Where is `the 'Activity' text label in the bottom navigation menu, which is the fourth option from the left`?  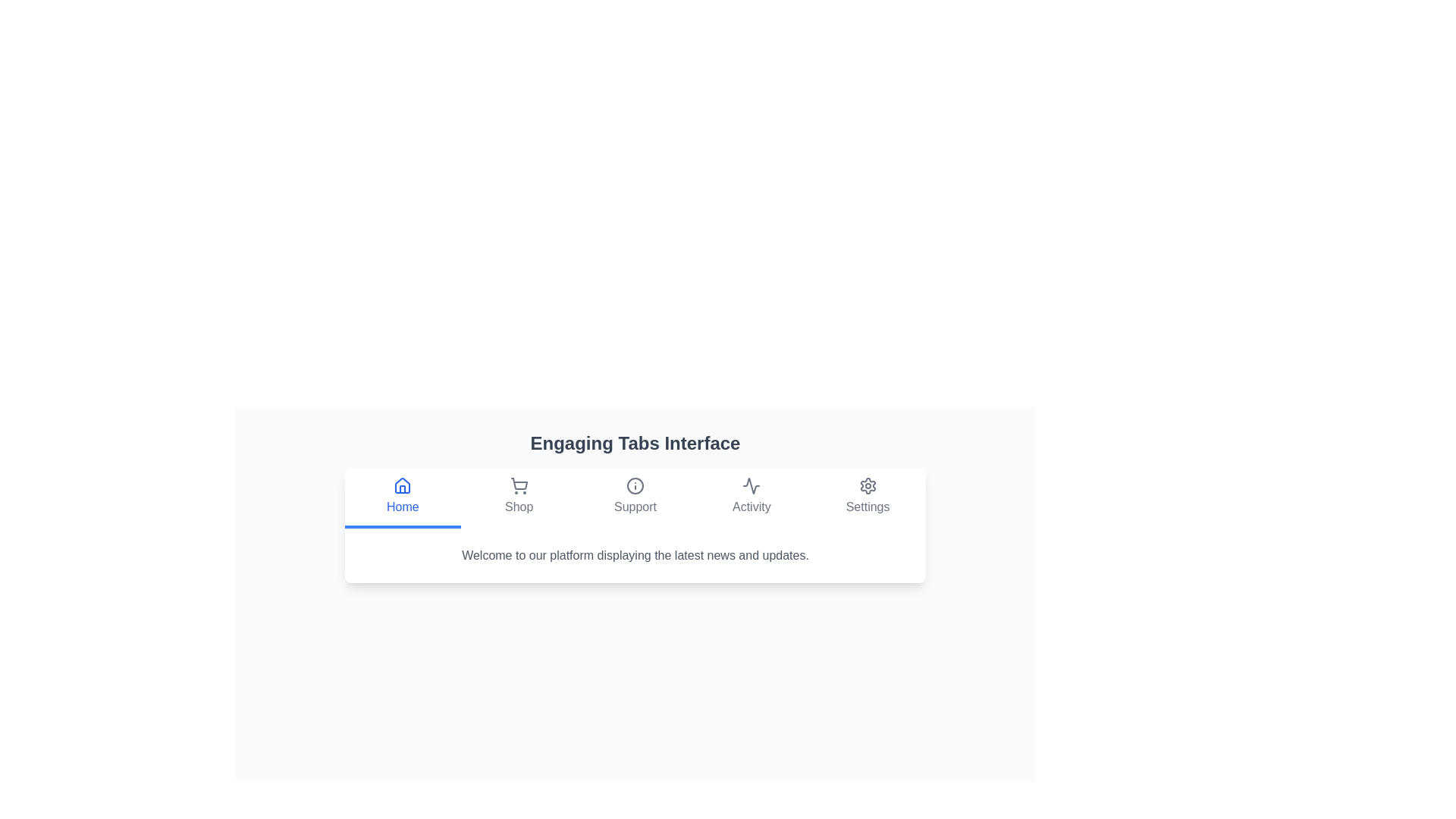
the 'Activity' text label in the bottom navigation menu, which is the fourth option from the left is located at coordinates (752, 507).